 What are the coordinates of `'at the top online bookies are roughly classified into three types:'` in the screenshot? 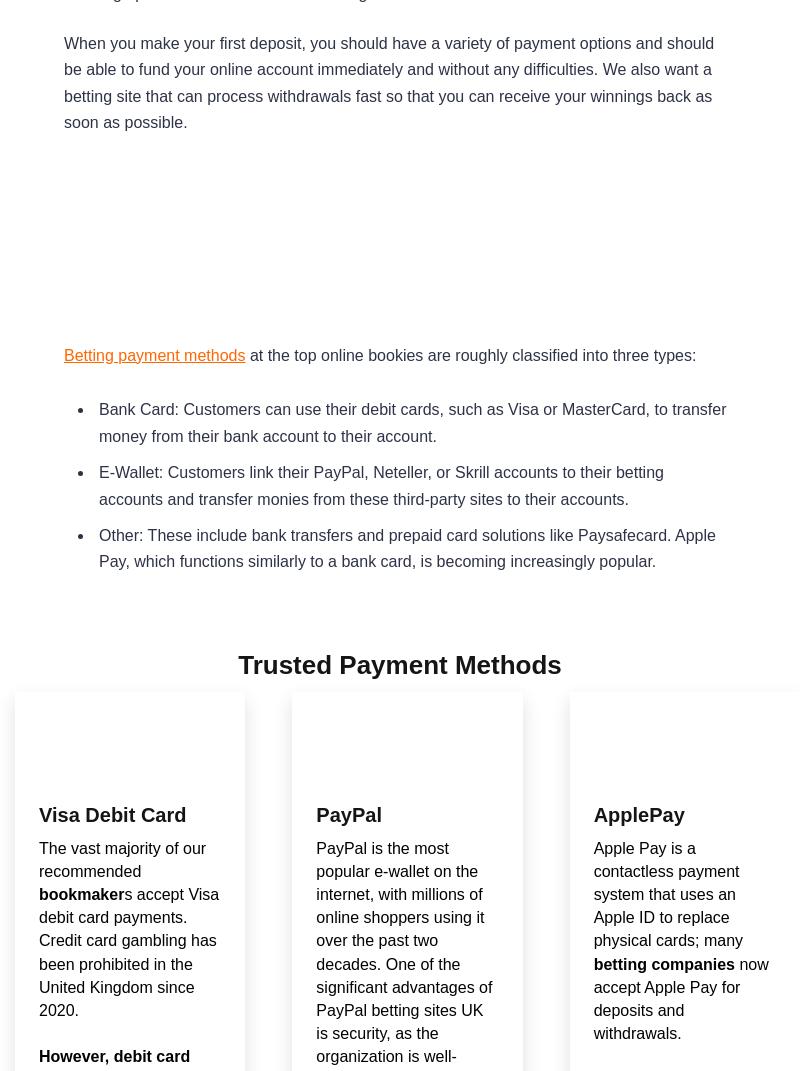 It's located at (470, 353).